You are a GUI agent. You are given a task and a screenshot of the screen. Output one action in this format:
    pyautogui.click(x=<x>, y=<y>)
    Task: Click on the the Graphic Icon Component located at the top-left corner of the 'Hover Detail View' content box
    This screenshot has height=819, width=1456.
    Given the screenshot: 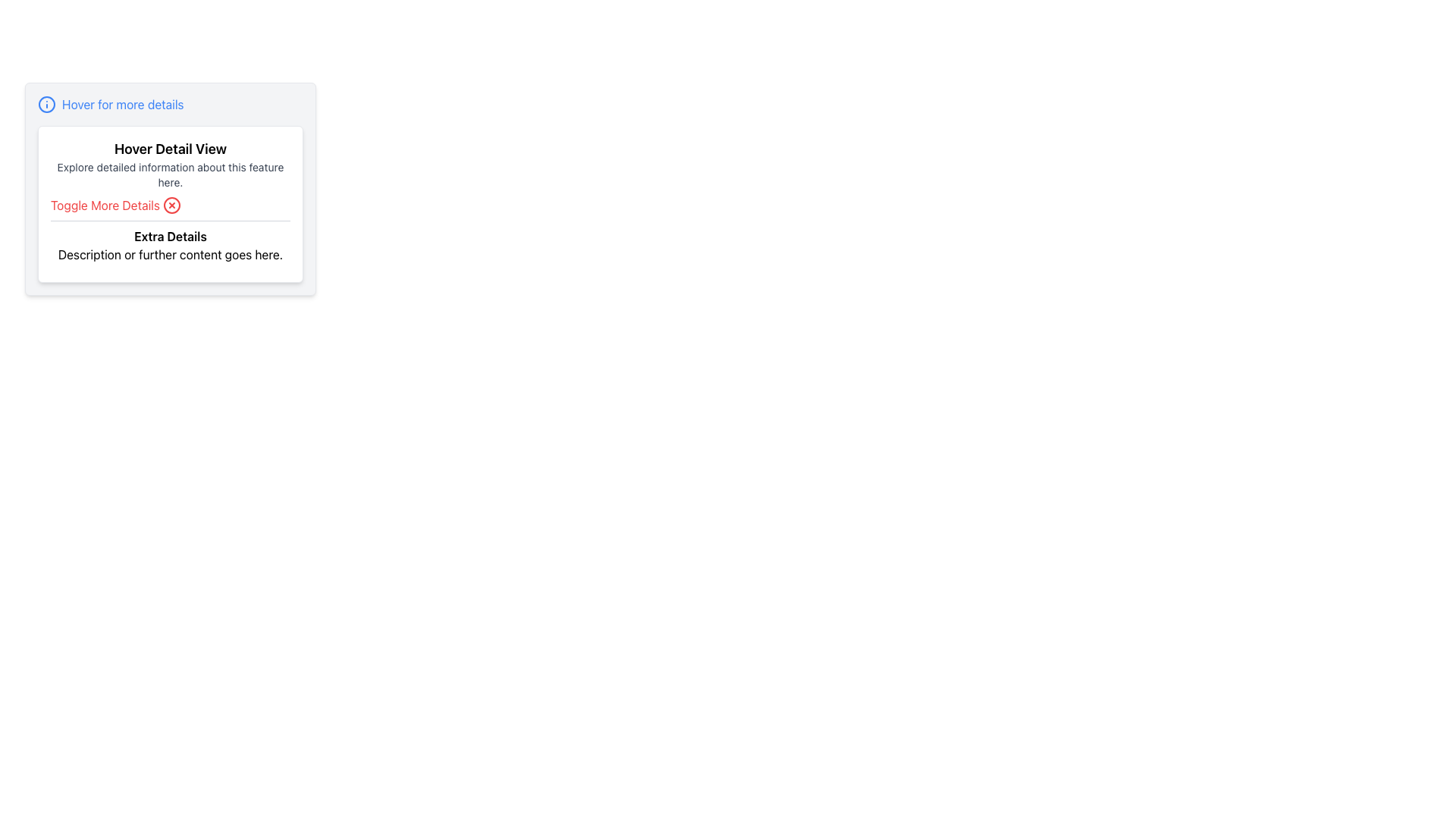 What is the action you would take?
    pyautogui.click(x=47, y=104)
    